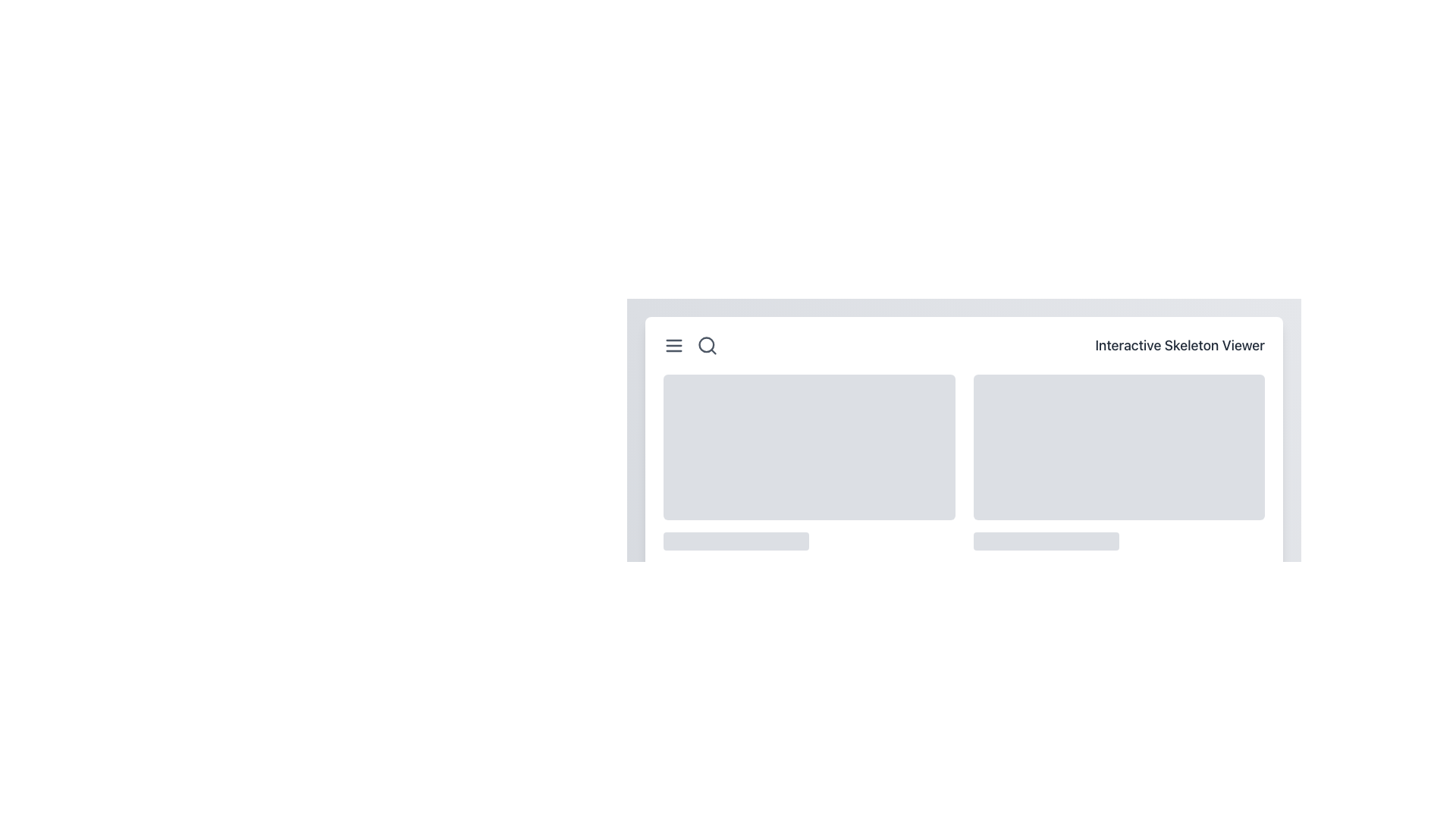  I want to click on the three-line menu icon, which is styled in gray and positioned at the top-left corner of the interface, so click(673, 345).